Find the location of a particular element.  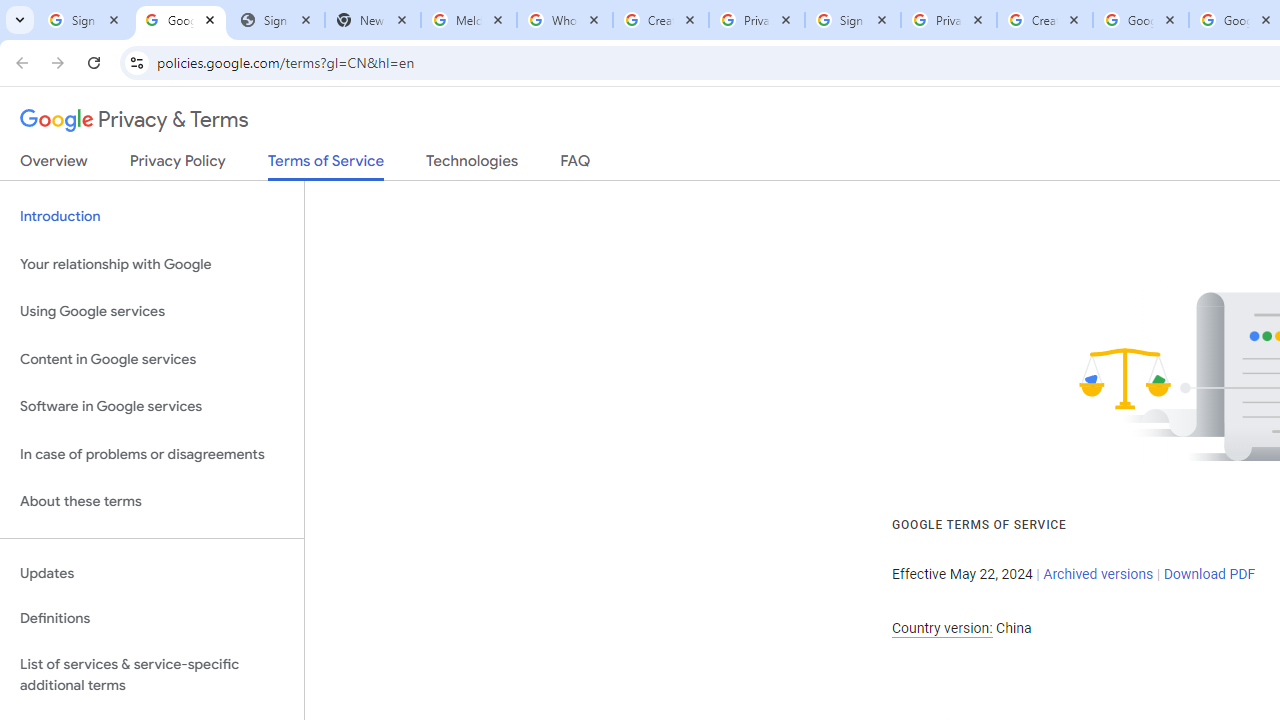

'Introduction' is located at coordinates (151, 217).